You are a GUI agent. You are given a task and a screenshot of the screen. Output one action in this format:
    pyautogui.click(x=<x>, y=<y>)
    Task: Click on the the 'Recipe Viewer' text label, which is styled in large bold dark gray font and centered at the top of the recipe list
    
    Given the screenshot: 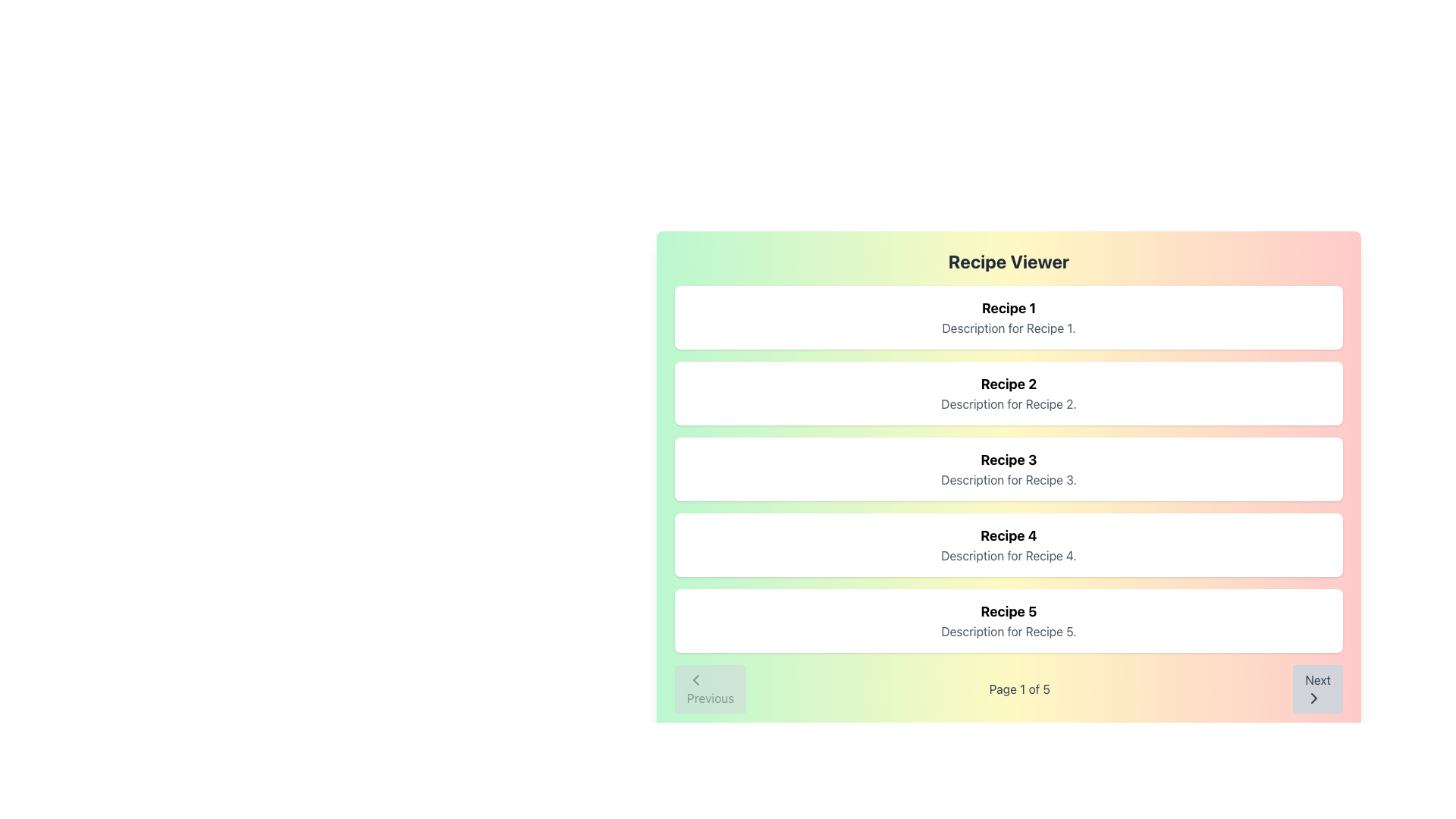 What is the action you would take?
    pyautogui.click(x=1009, y=260)
    